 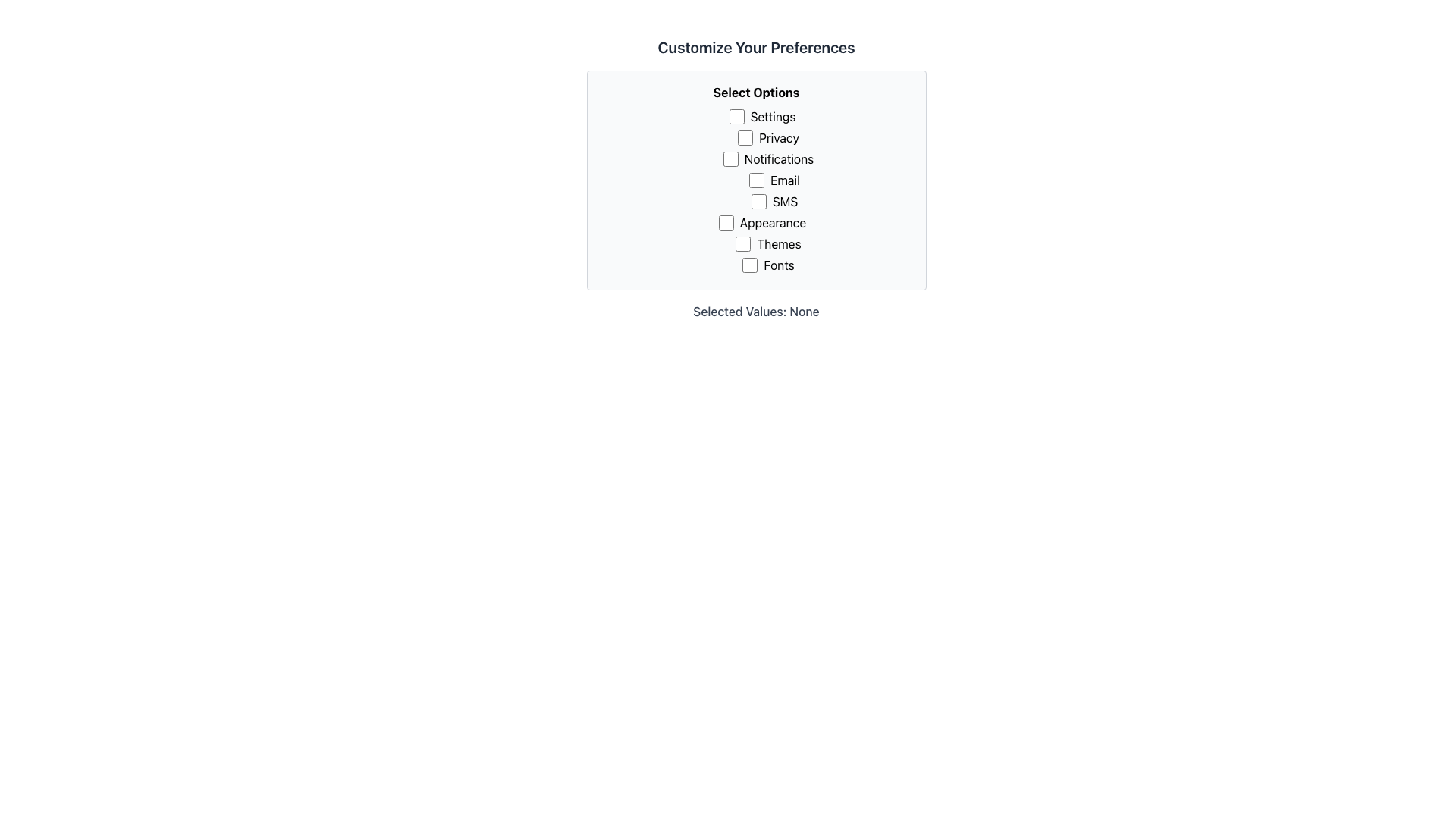 What do you see at coordinates (774, 180) in the screenshot?
I see `the 'Email' label, which is positioned under the 'Notifications' checkbox and above the 'SMS' checkbox in the form layout` at bounding box center [774, 180].